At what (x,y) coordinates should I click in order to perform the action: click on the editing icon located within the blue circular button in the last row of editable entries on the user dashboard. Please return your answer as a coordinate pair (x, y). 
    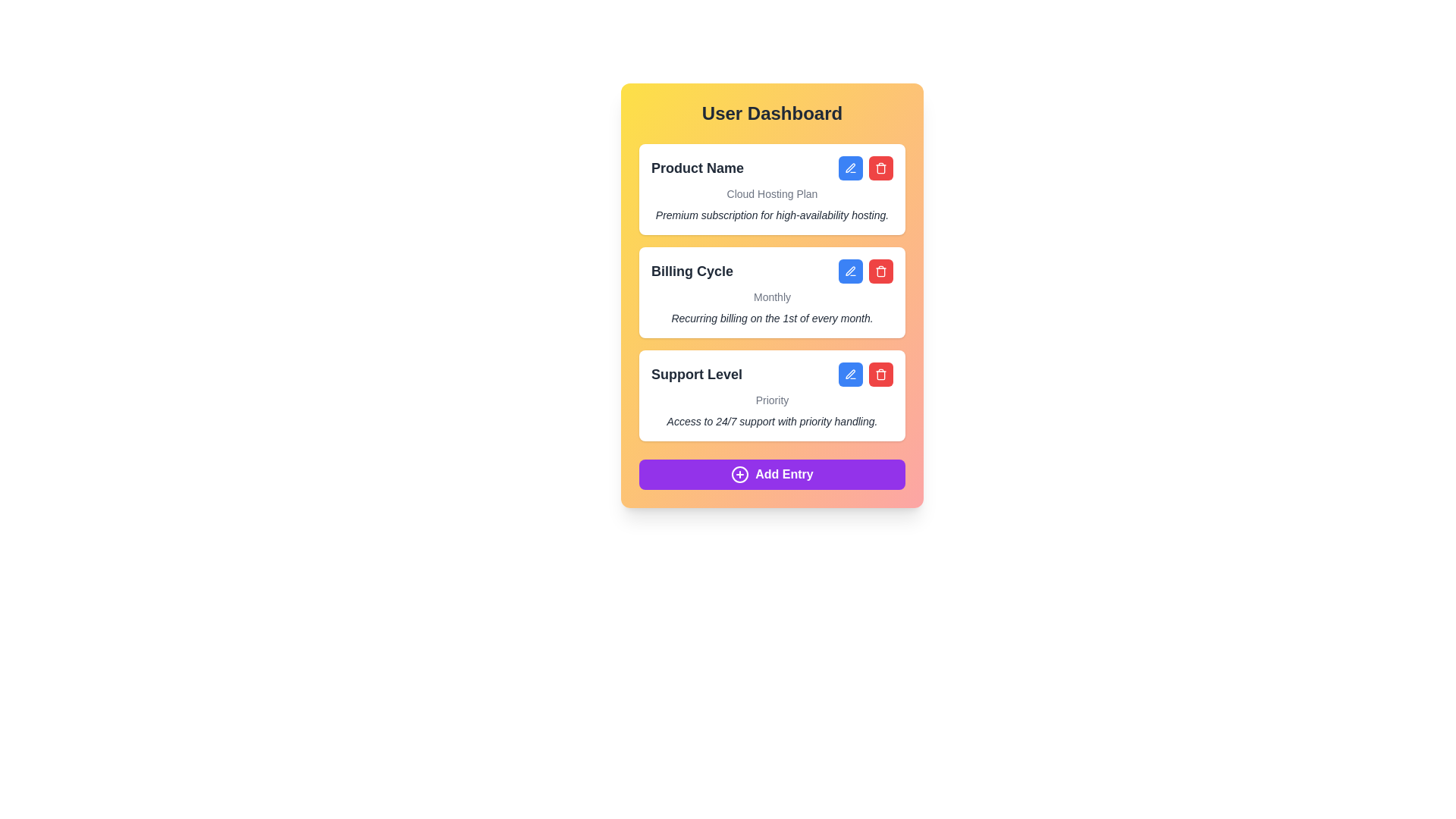
    Looking at the image, I should click on (851, 374).